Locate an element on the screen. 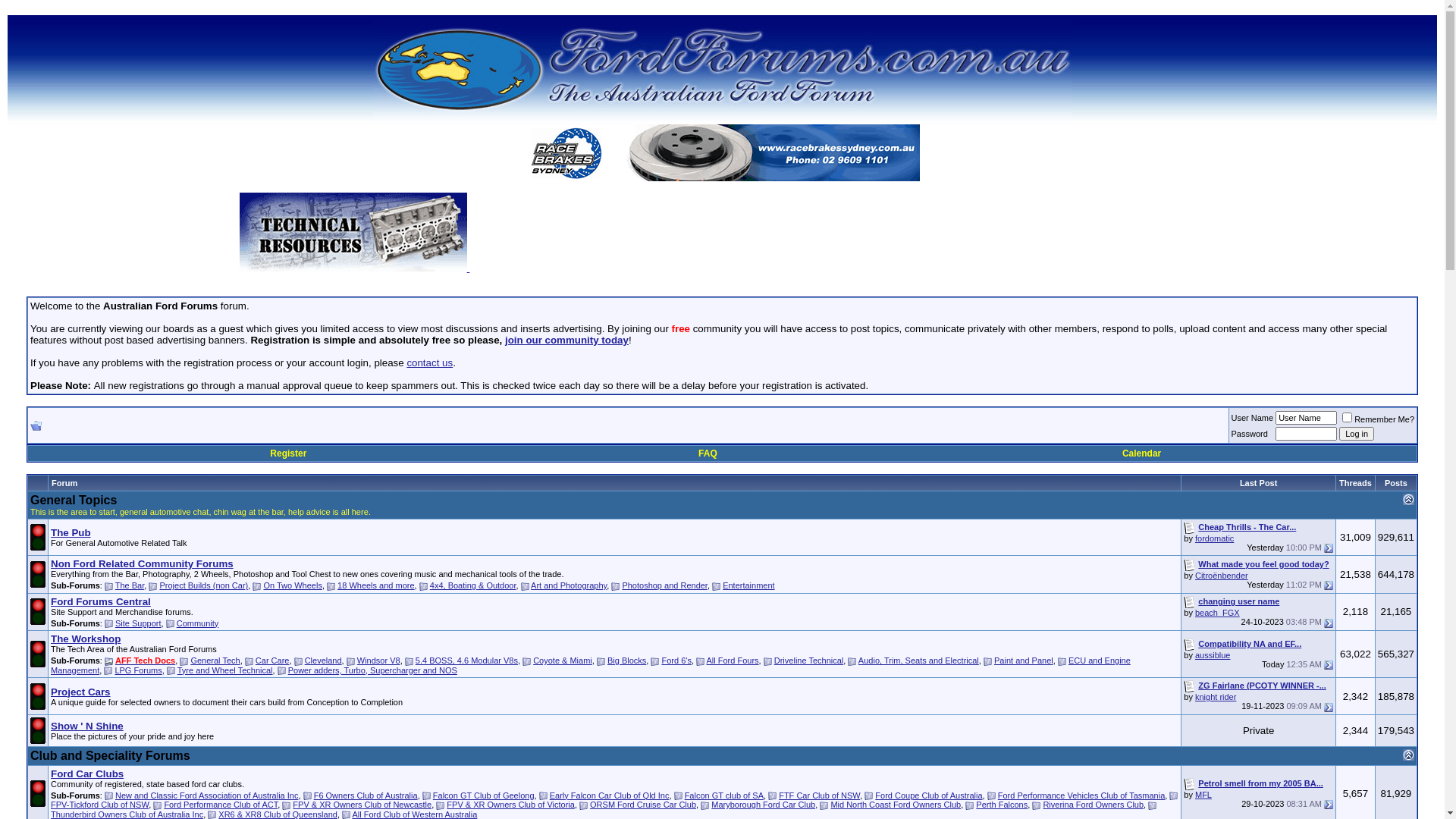  'Cheap Thrills - The Car...' is located at coordinates (1247, 526).